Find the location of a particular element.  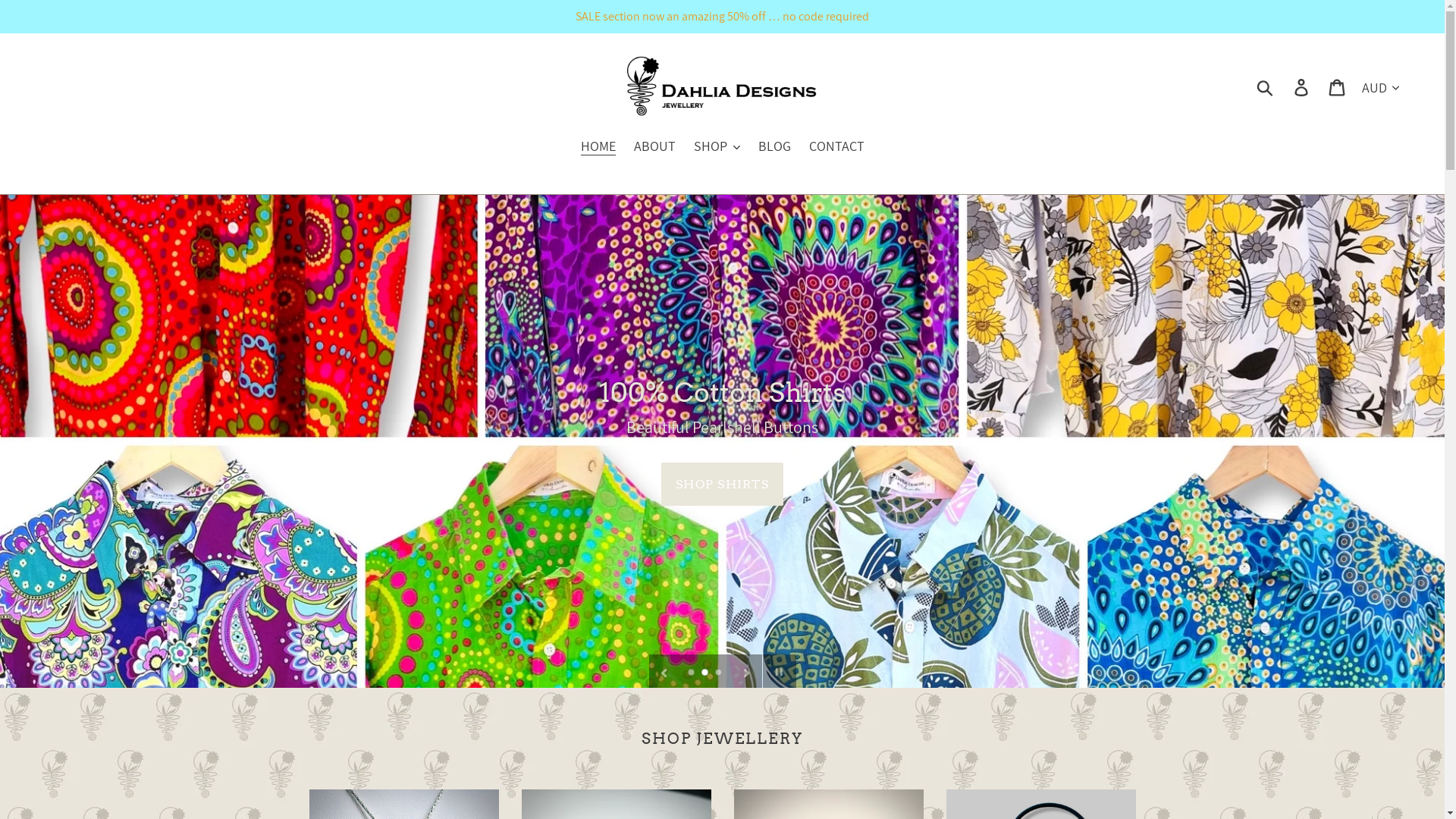

'BLOG' is located at coordinates (750, 146).